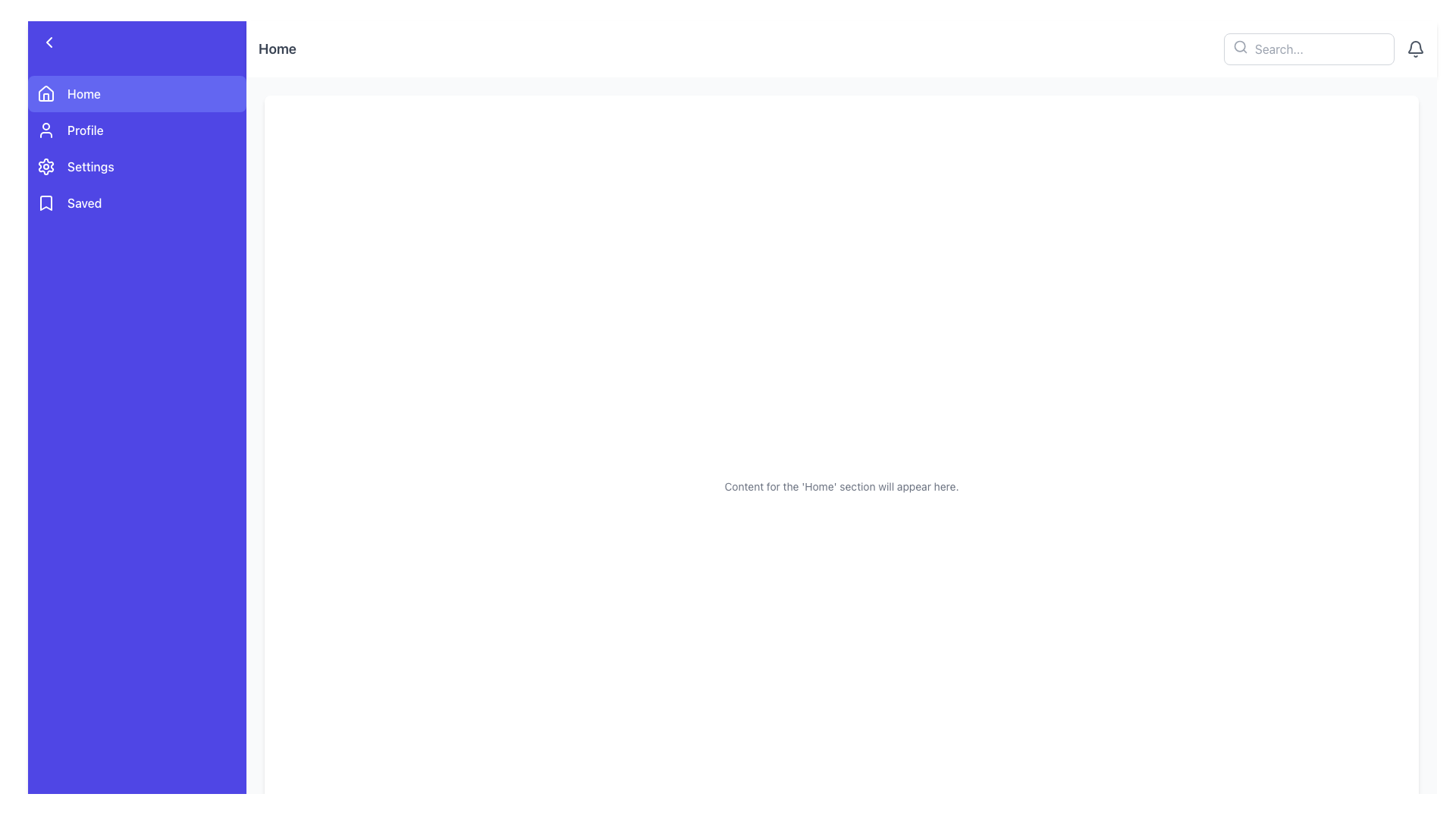  What do you see at coordinates (46, 130) in the screenshot?
I see `the 'Profile' icon located in the left navigation bar` at bounding box center [46, 130].